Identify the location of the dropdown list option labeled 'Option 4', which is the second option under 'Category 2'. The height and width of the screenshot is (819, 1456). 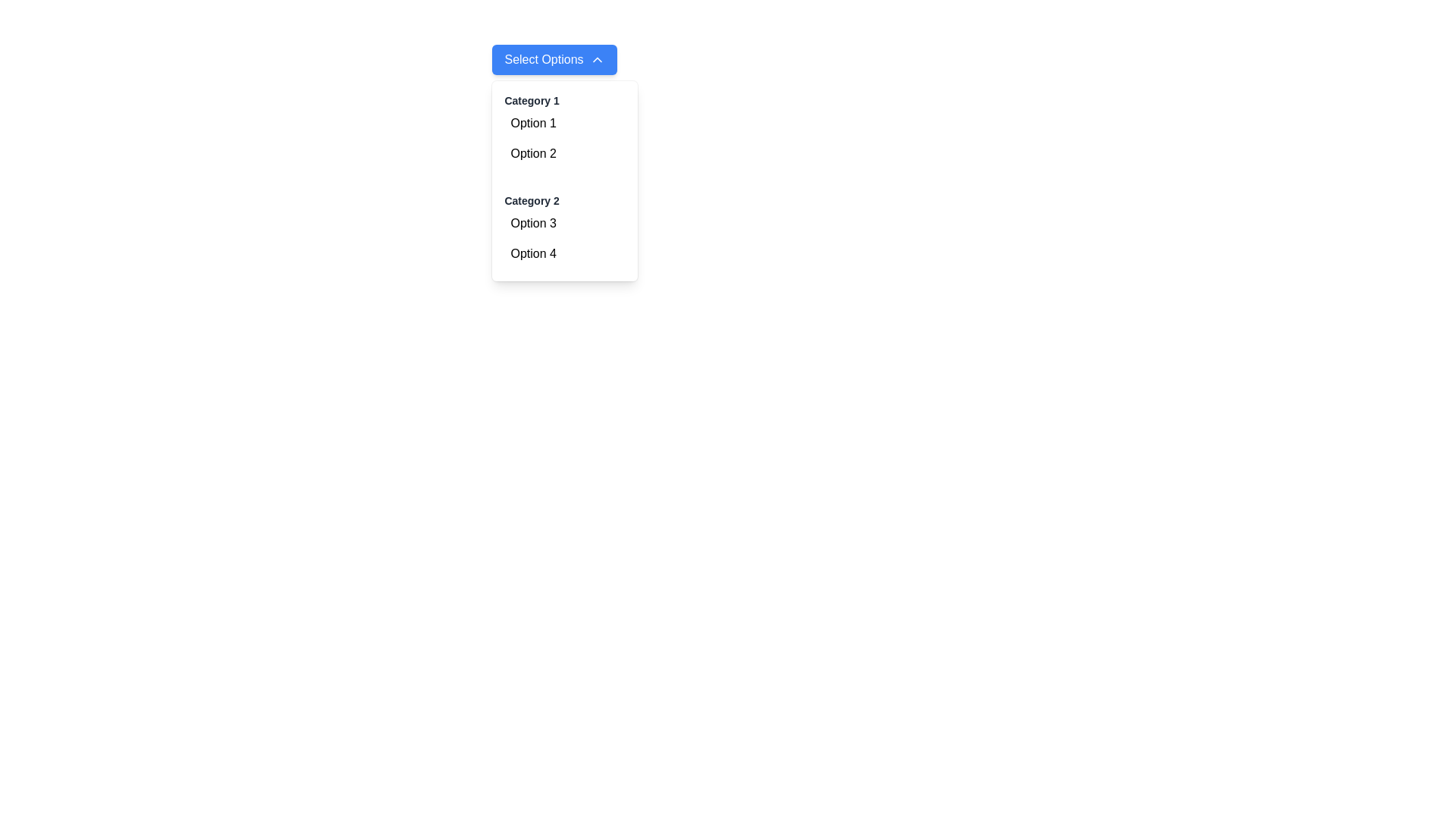
(564, 253).